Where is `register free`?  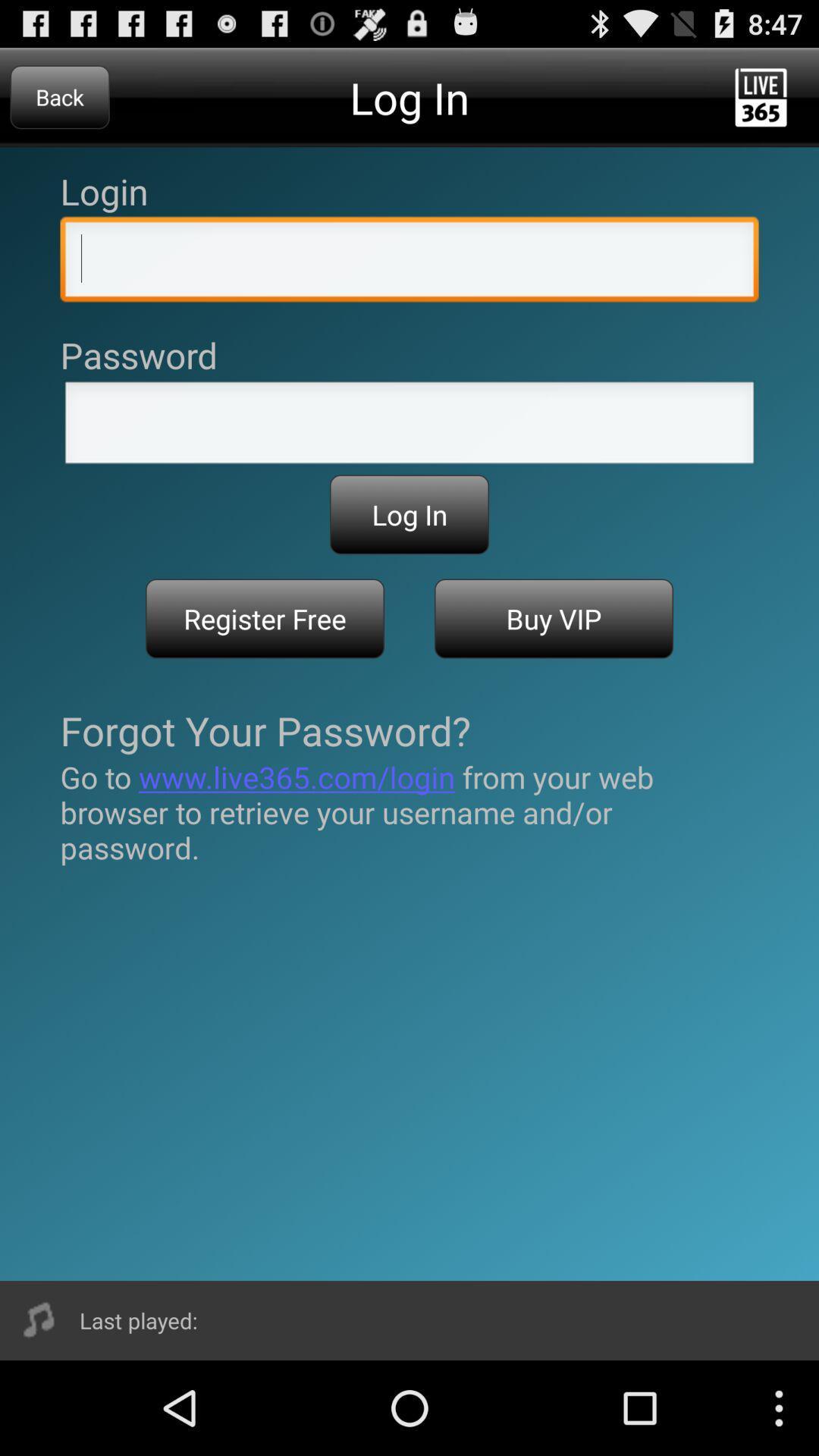 register free is located at coordinates (264, 619).